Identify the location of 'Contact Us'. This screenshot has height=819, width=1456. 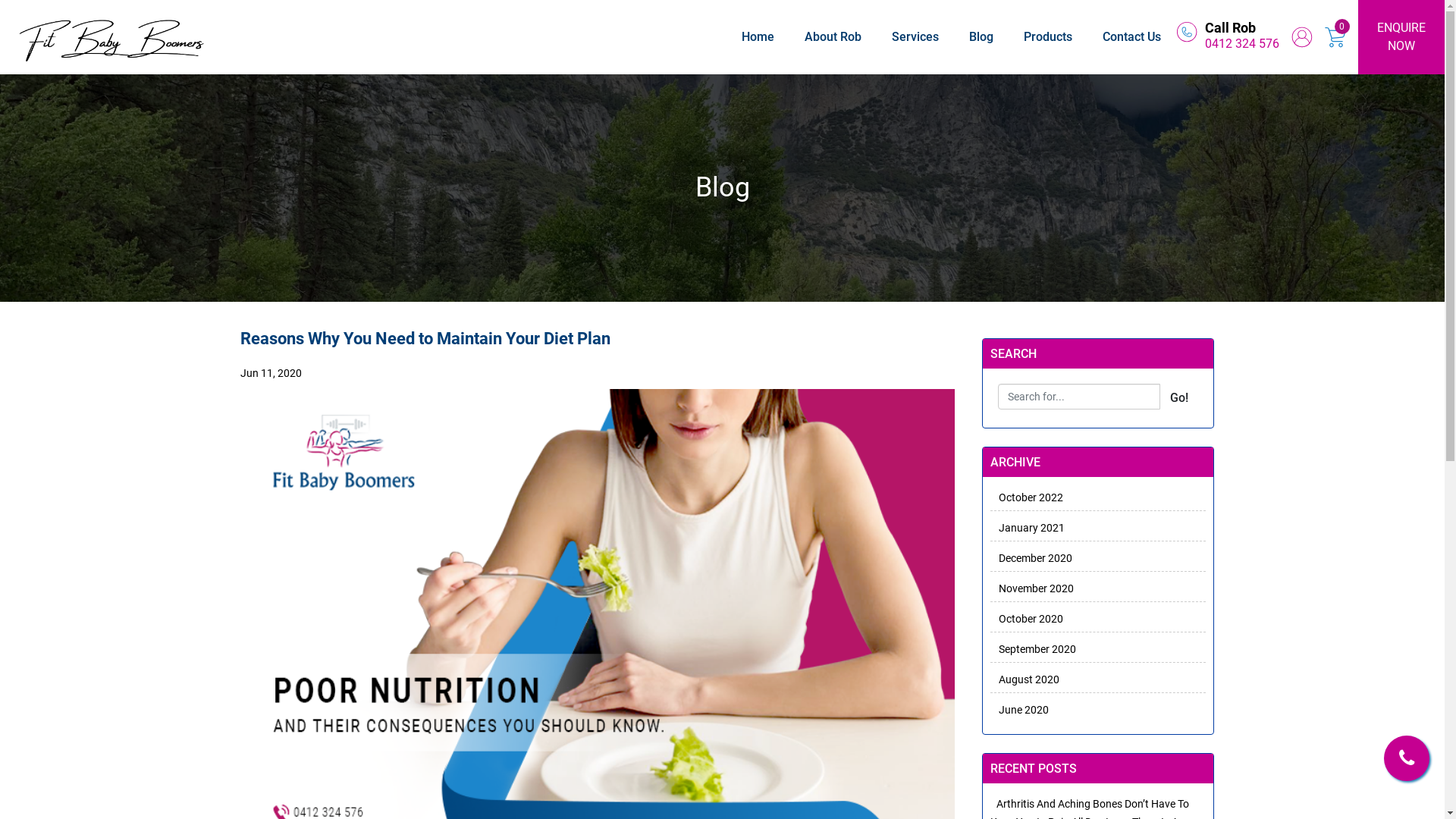
(1131, 36).